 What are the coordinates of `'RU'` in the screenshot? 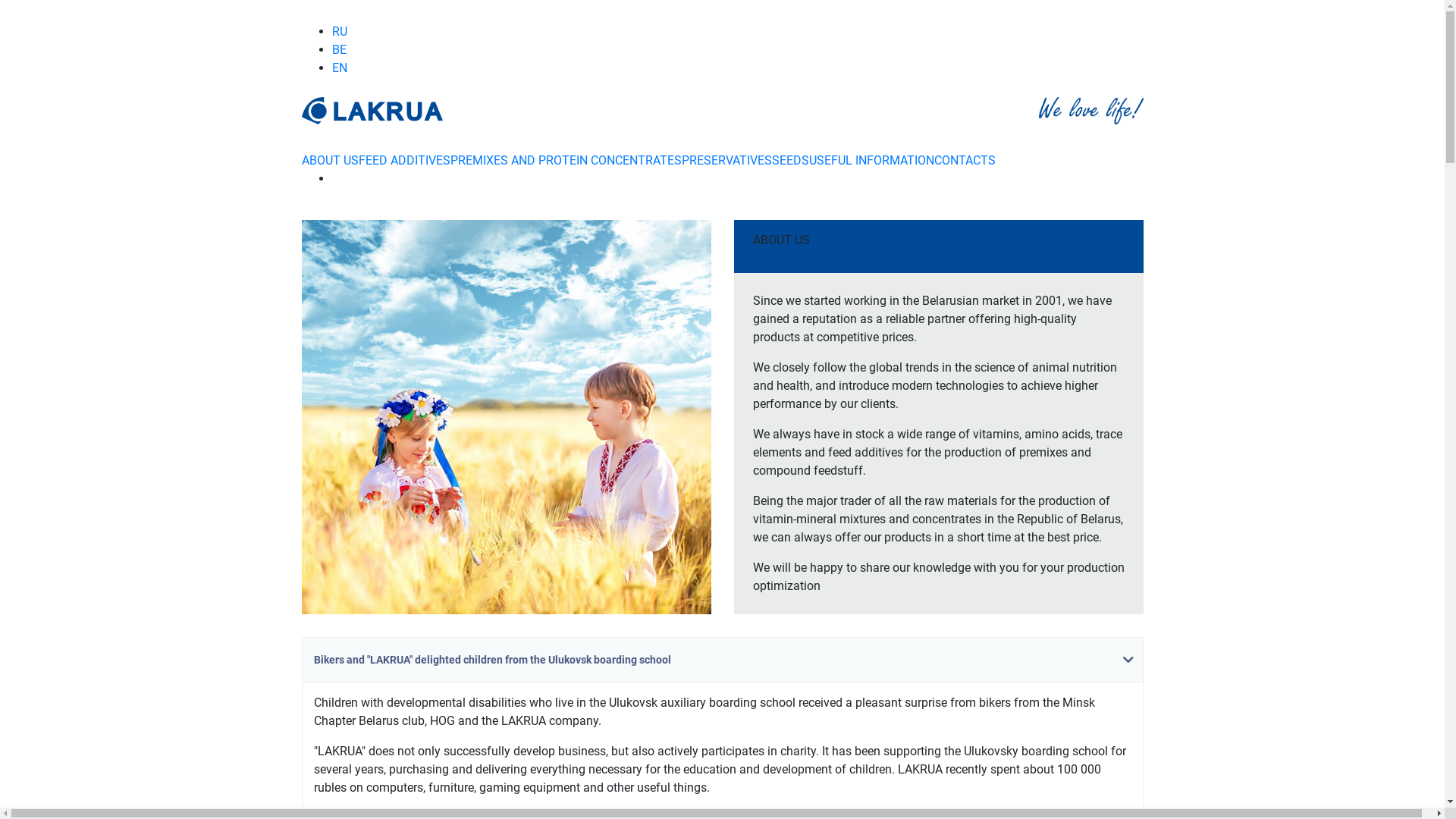 It's located at (338, 31).